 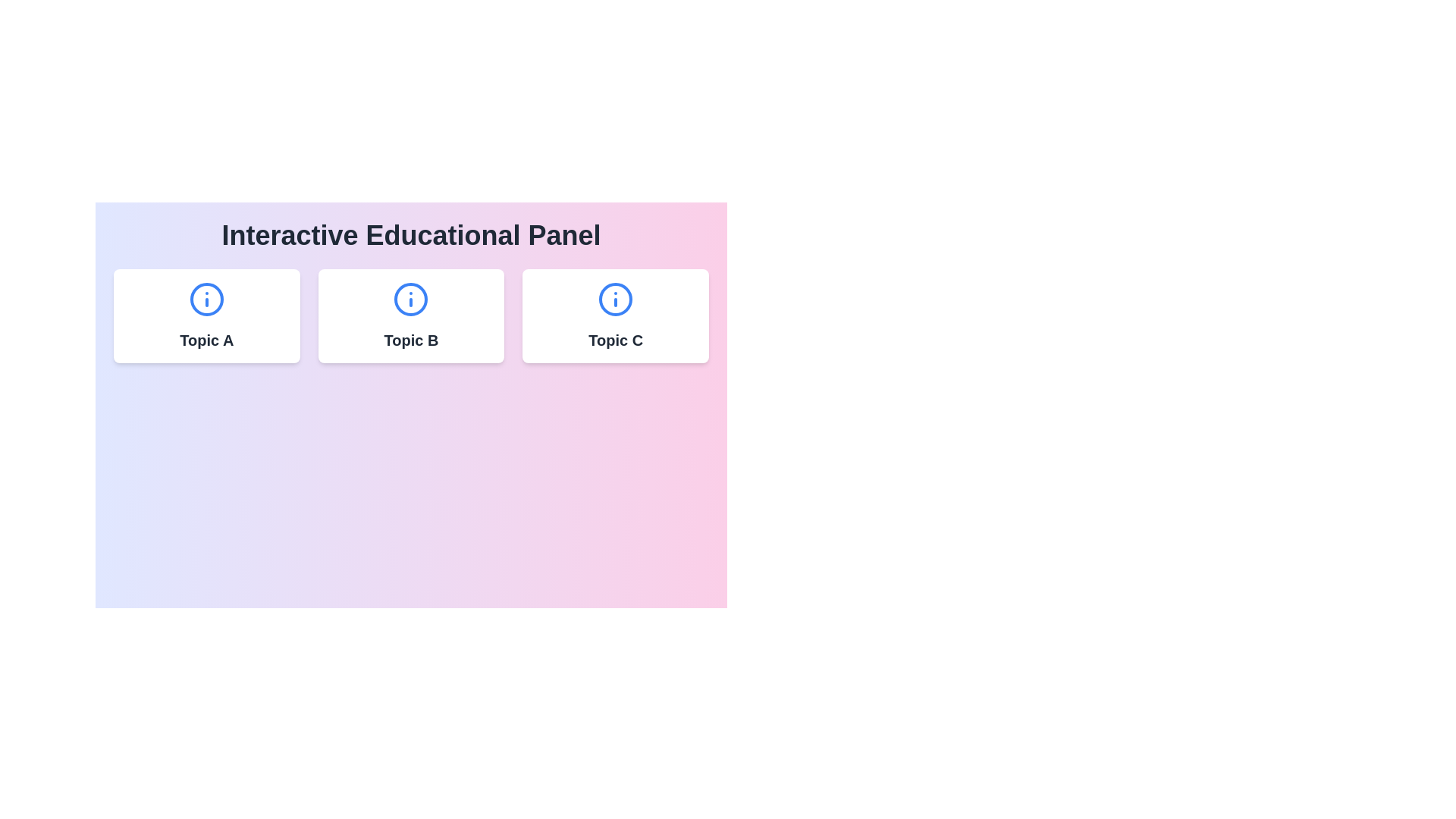 What do you see at coordinates (616, 339) in the screenshot?
I see `the label element that serves as a title for the card, summarizing its content as 'Topic C', located at the bottom section of the card` at bounding box center [616, 339].